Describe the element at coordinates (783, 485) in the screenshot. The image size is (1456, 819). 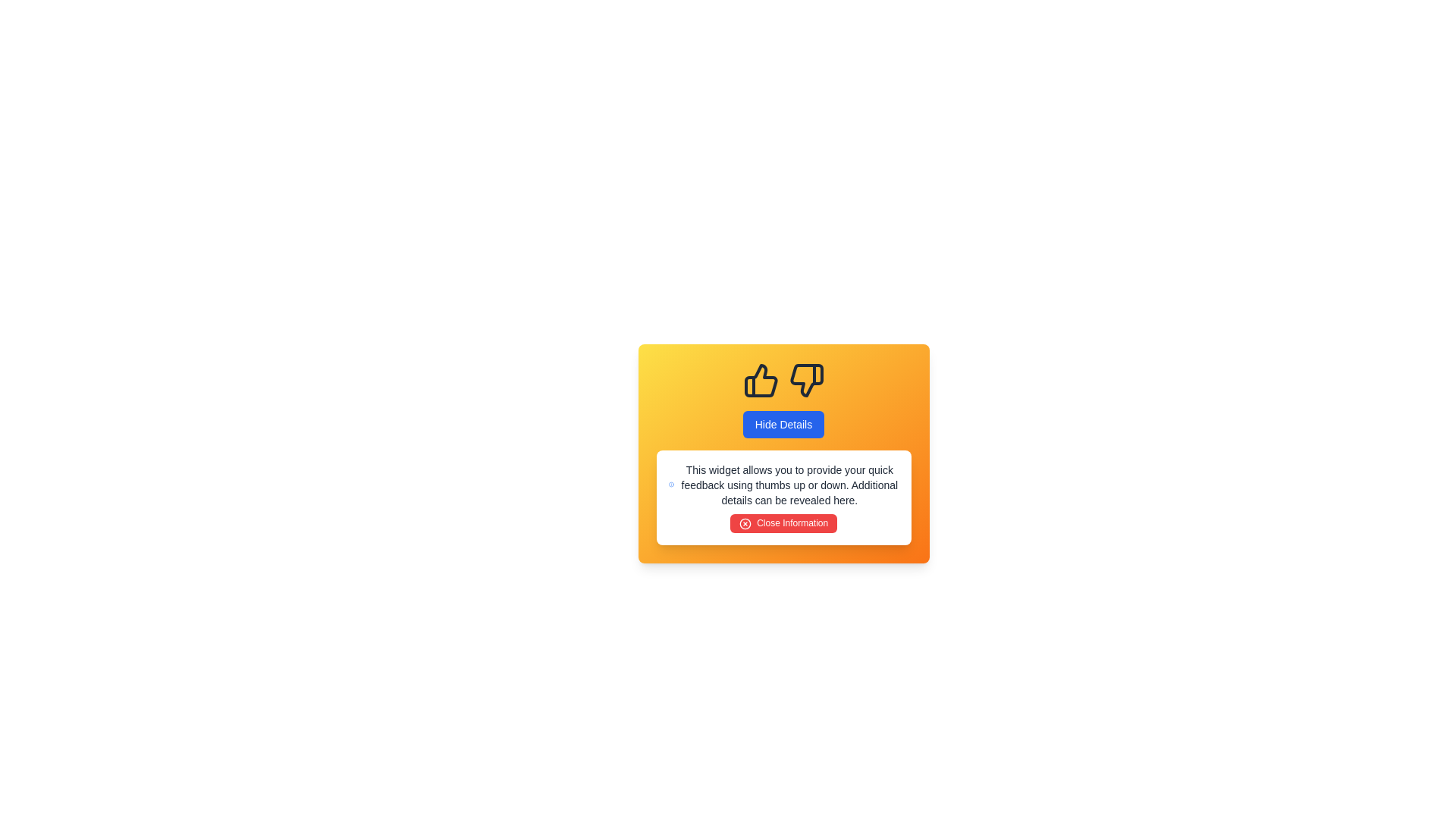
I see `information displayed in the text block that provides quick feedback options, located below the thumbs feedback icons and above the red 'Close Information' button` at that location.